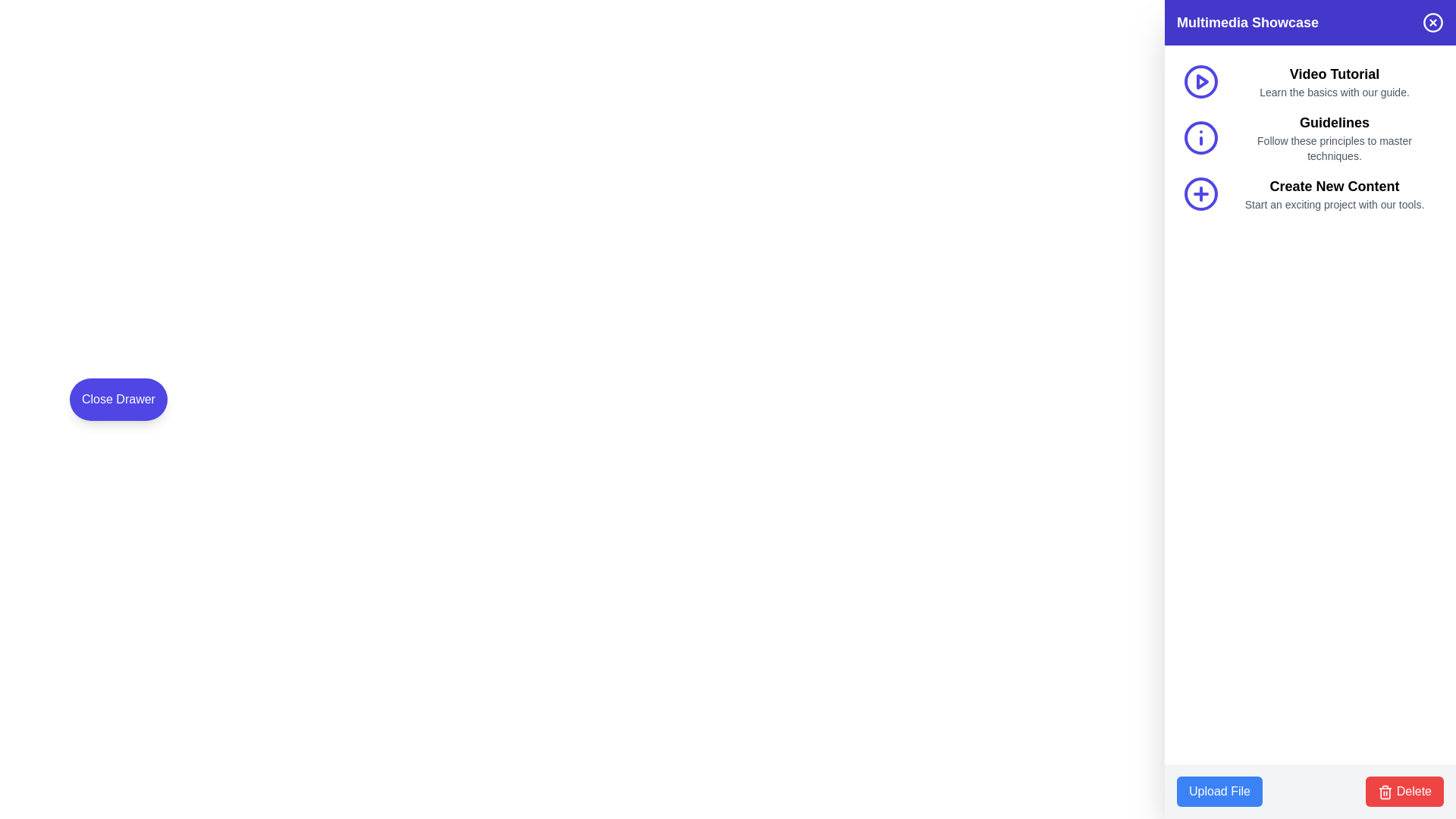  Describe the element at coordinates (1335, 82) in the screenshot. I see `the informational display text block located on the right-hand side of the interface, positioned below the play button icon and above the 'Guidelines' item` at that location.